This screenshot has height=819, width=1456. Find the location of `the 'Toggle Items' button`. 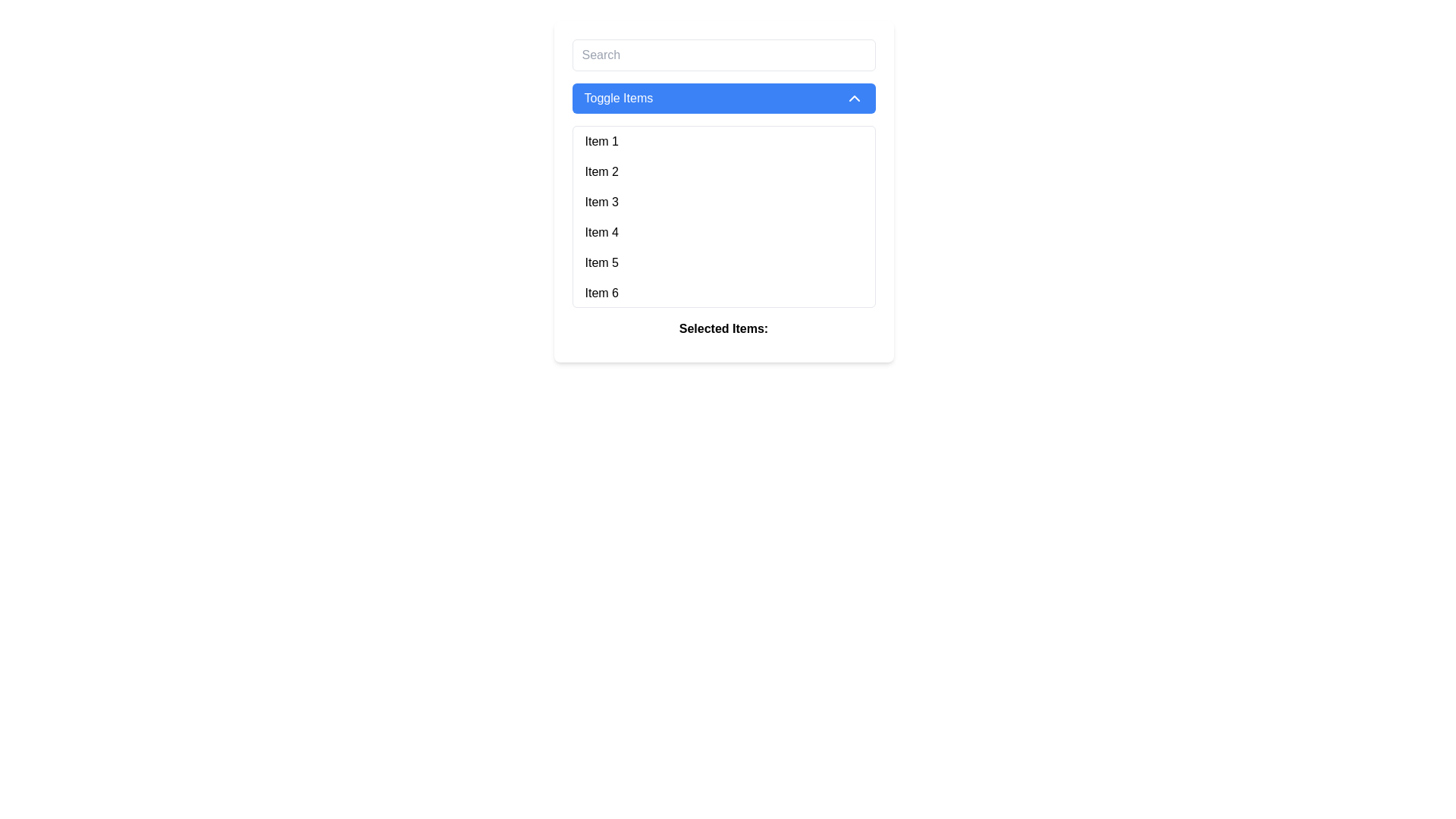

the 'Toggle Items' button is located at coordinates (723, 99).